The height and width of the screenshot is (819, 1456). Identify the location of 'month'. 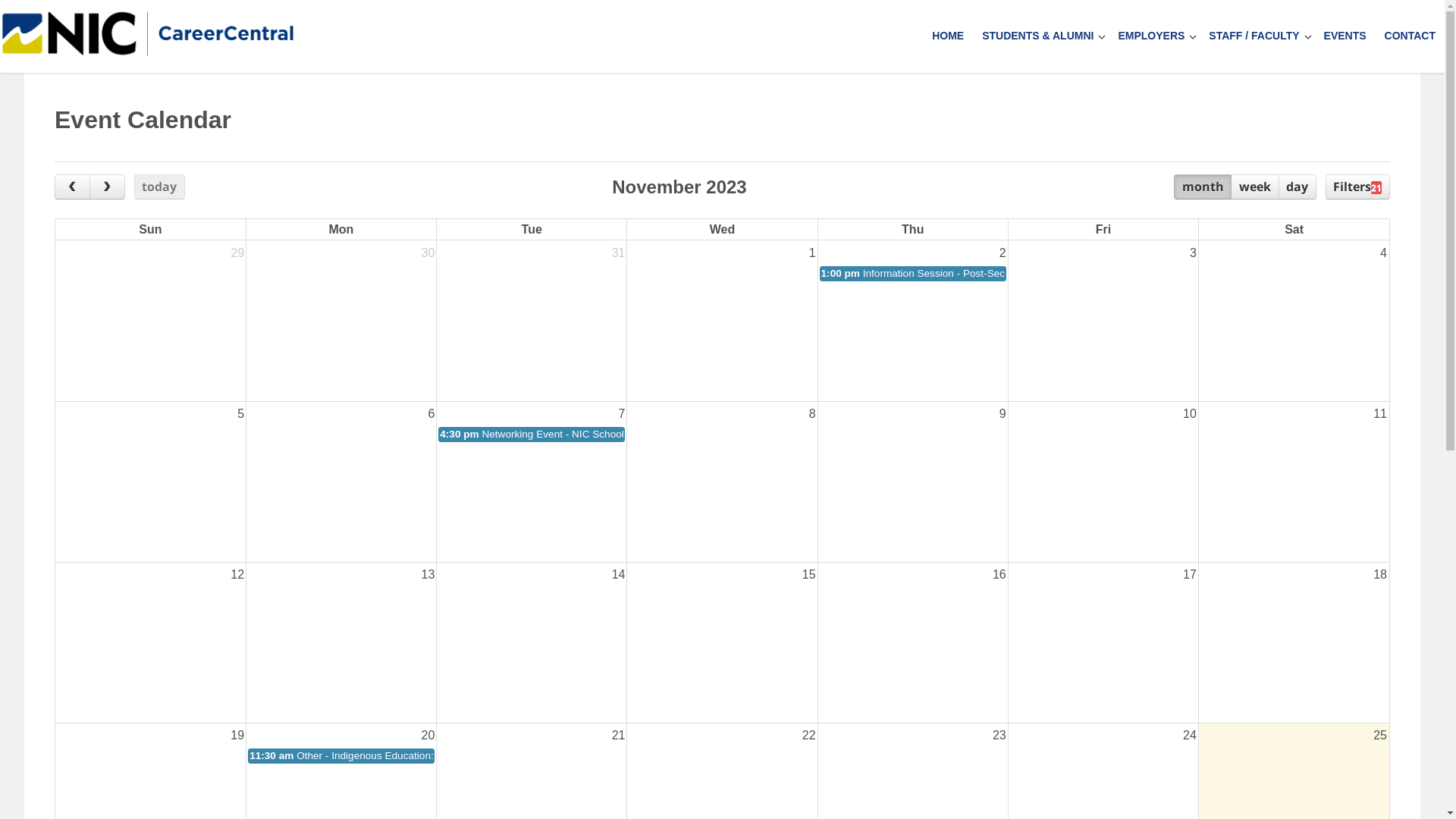
(1201, 186).